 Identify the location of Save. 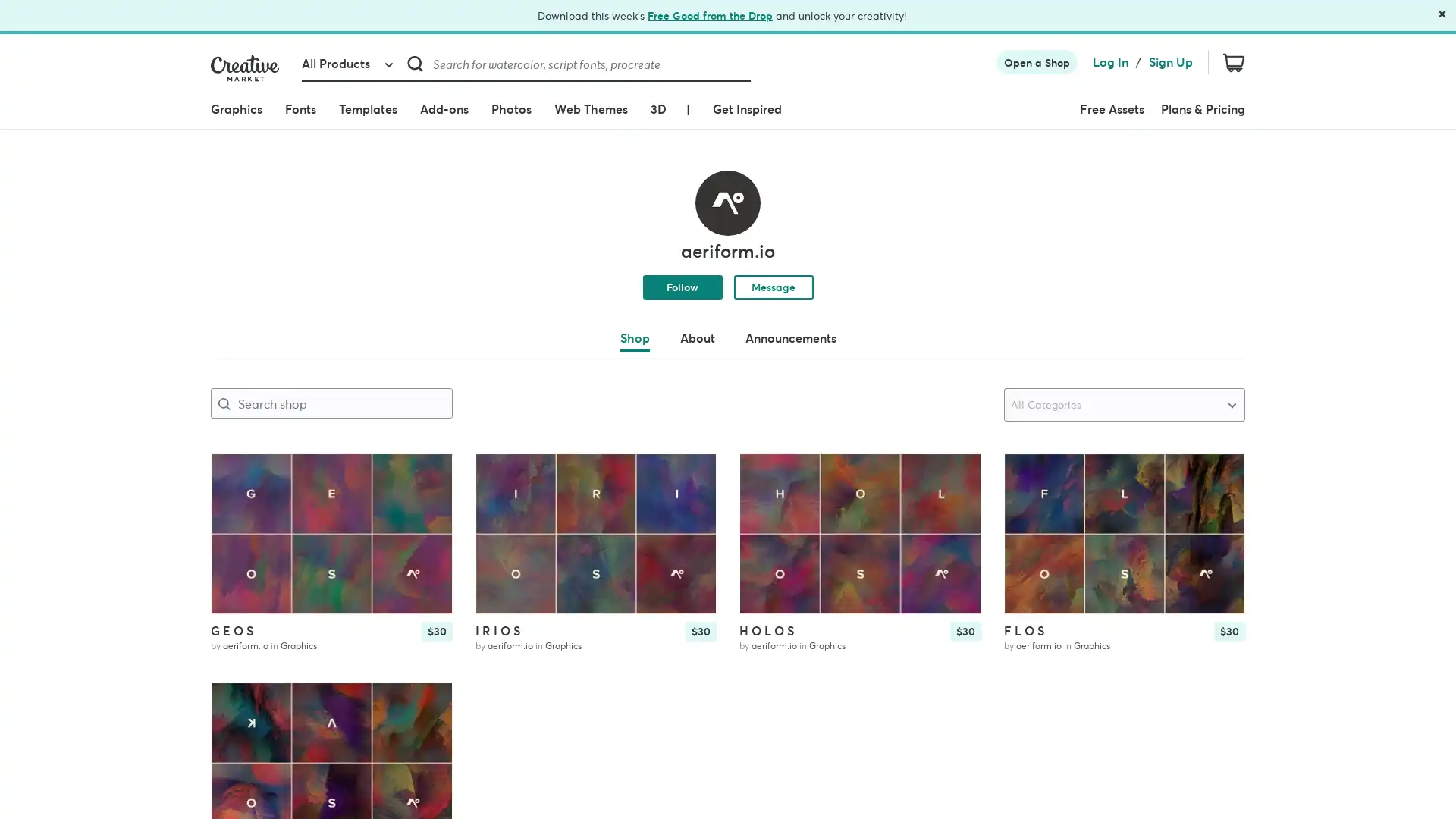
(691, 500).